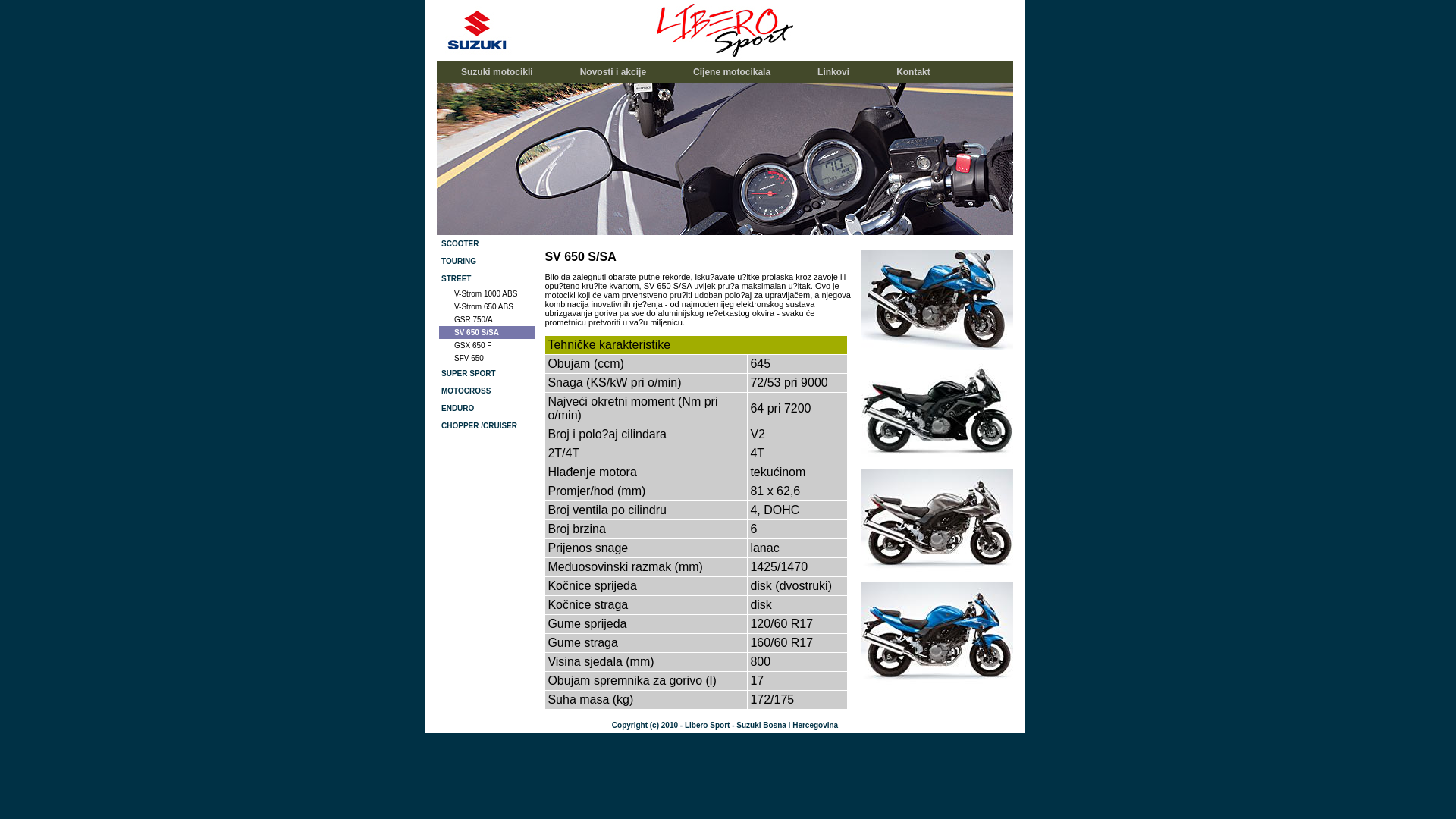  Describe the element at coordinates (438, 425) in the screenshot. I see `'CHOPPER /CRUISER'` at that location.